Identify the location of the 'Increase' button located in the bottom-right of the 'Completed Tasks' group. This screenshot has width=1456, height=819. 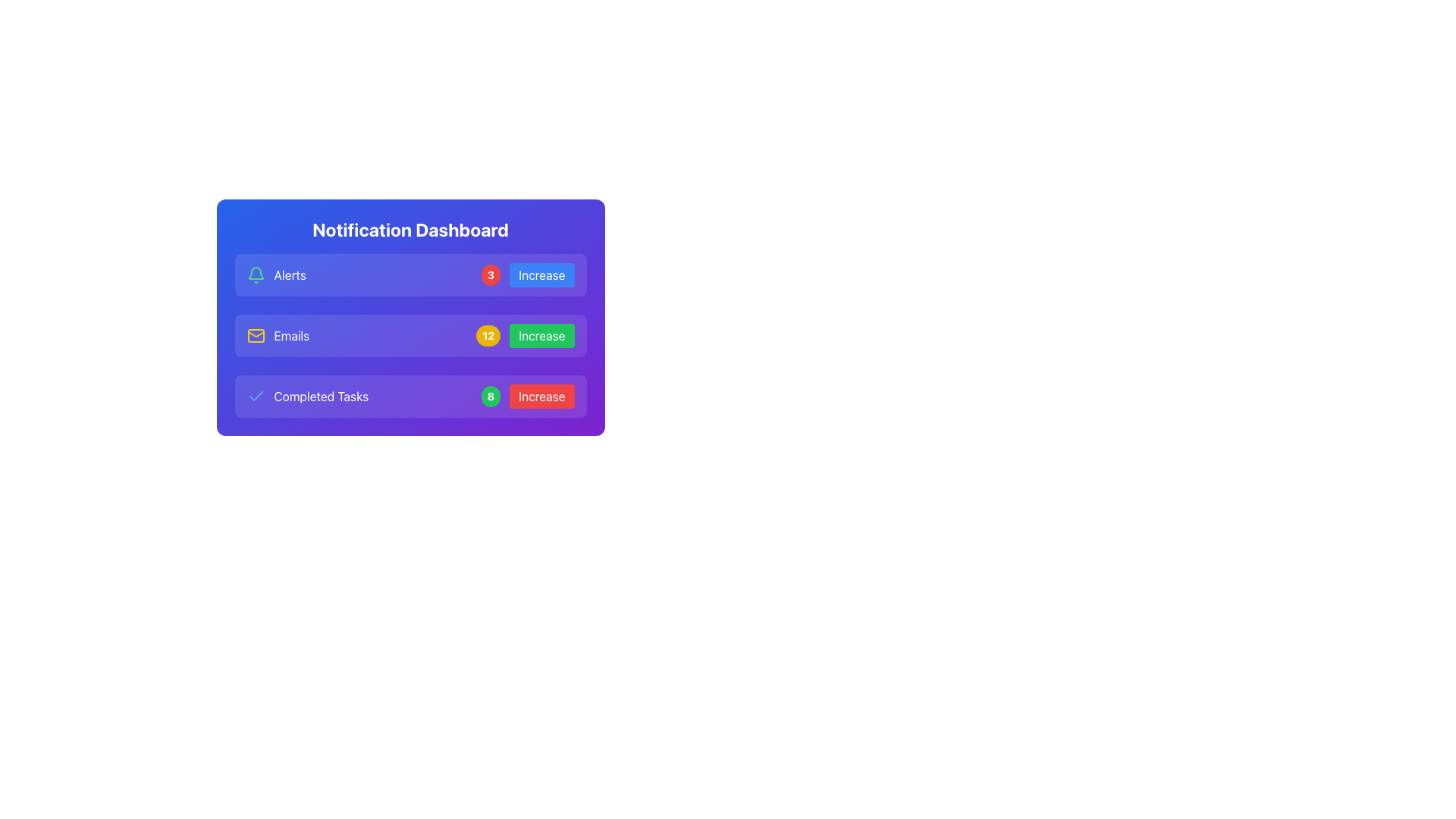
(528, 396).